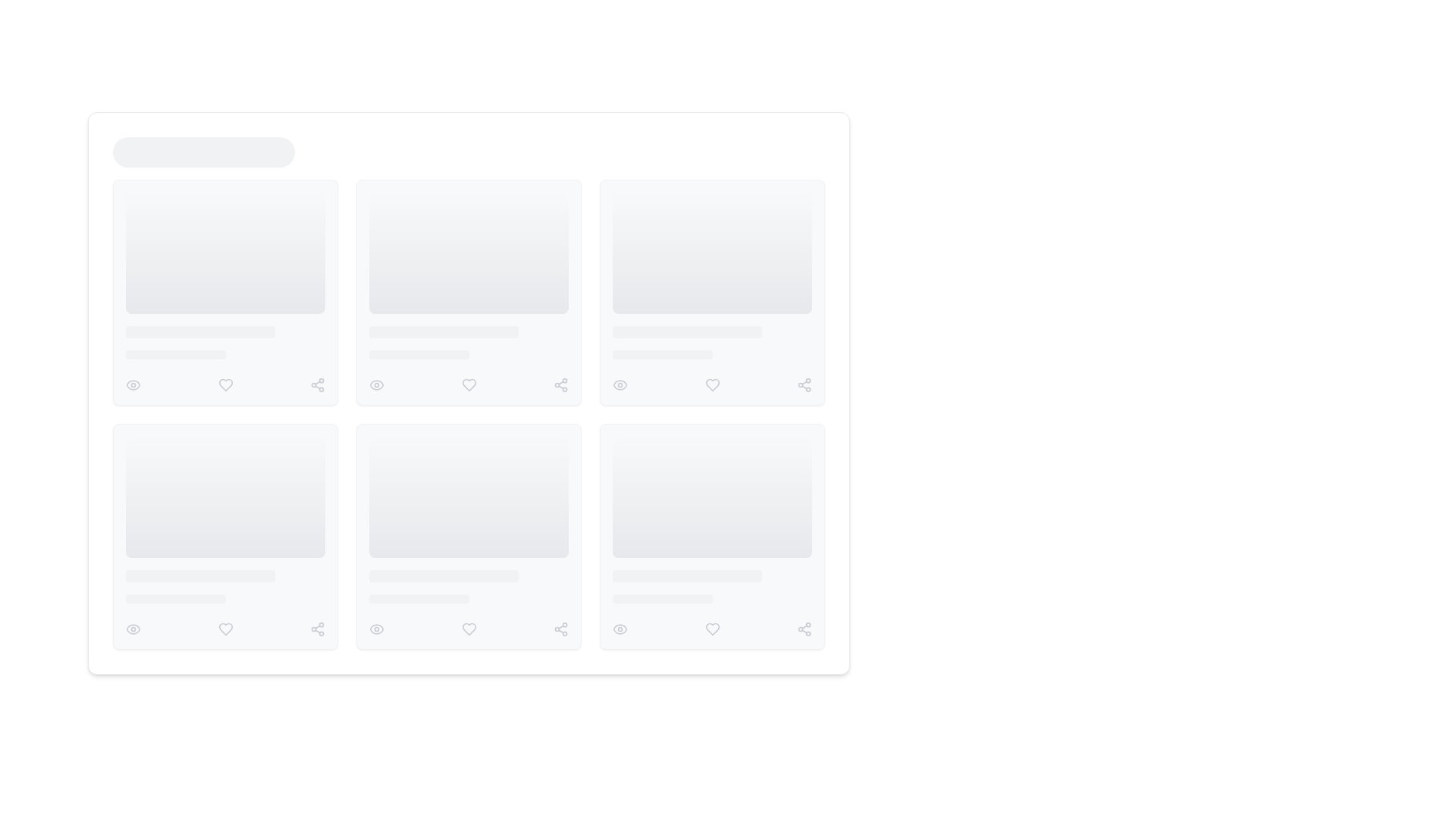  What do you see at coordinates (419, 354) in the screenshot?
I see `the progress bar placeholder located in the middle-right column of the layout, which serves as a temporary activity indicator while content loads` at bounding box center [419, 354].